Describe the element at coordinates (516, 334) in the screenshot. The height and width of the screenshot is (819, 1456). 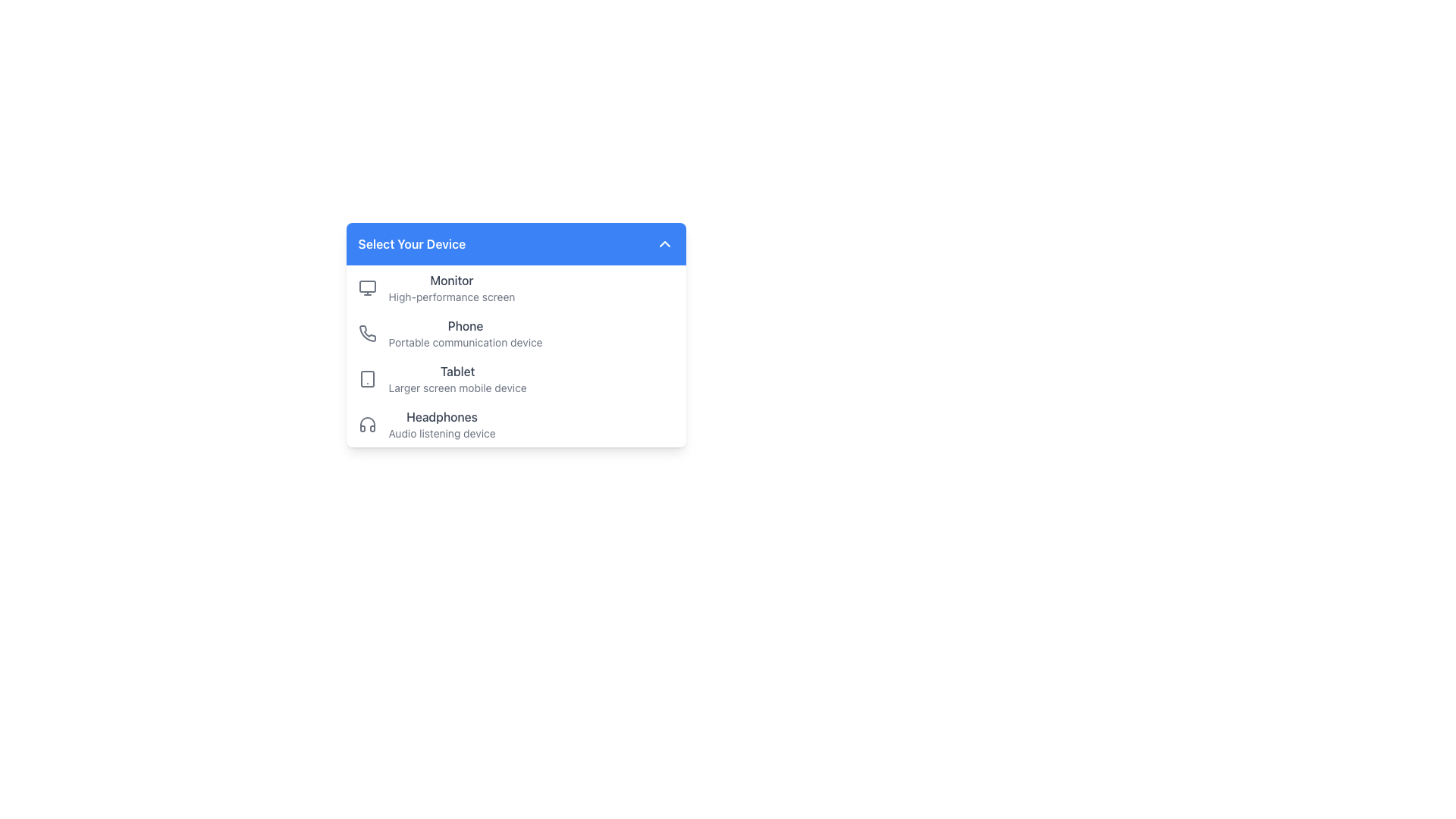
I see `the 'Phone' option in the selection list` at that location.